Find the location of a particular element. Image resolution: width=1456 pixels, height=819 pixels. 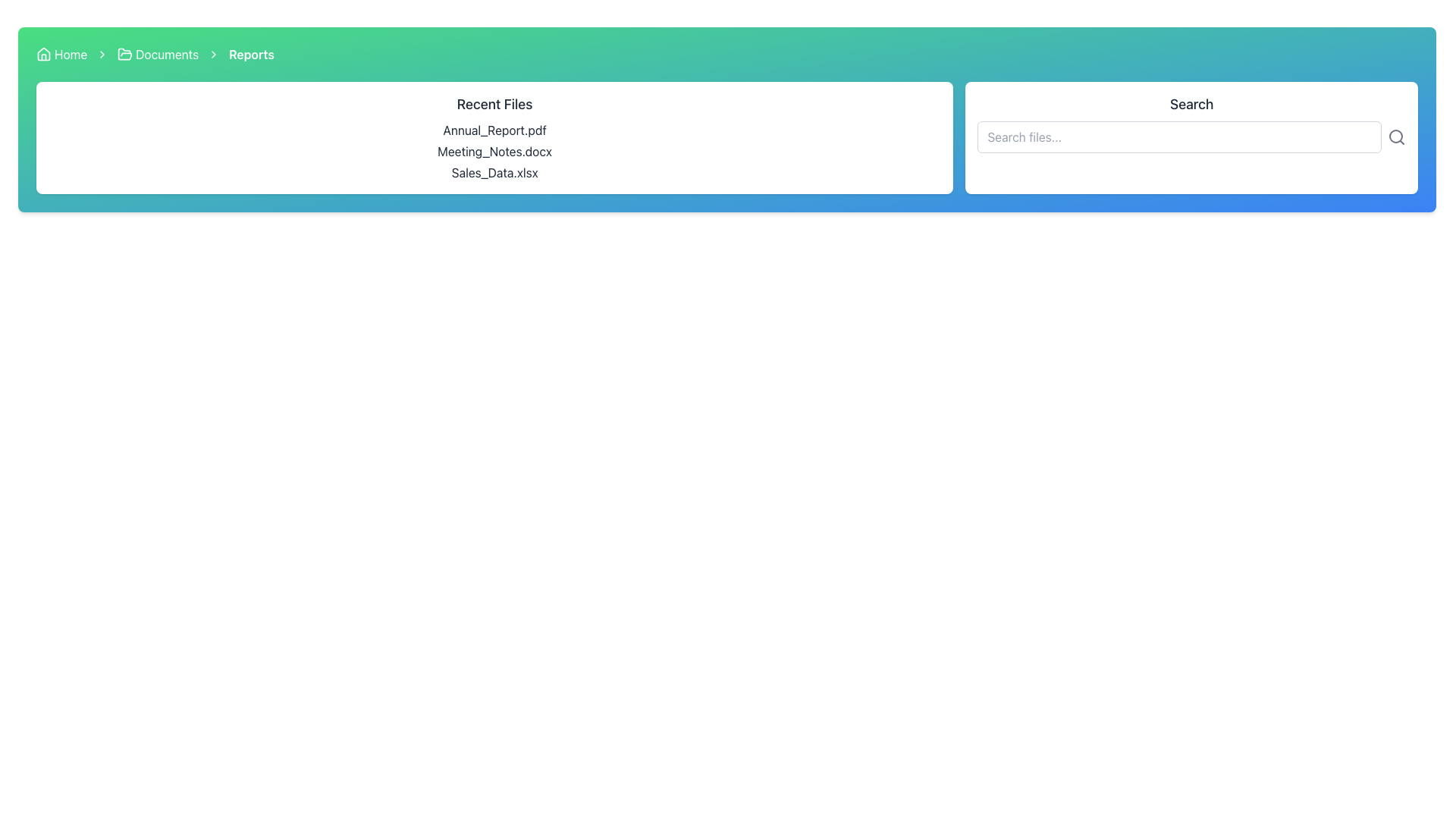

the second chevron icon in the breadcrumb navigation that separates 'Documents' and 'Reports' is located at coordinates (102, 54).